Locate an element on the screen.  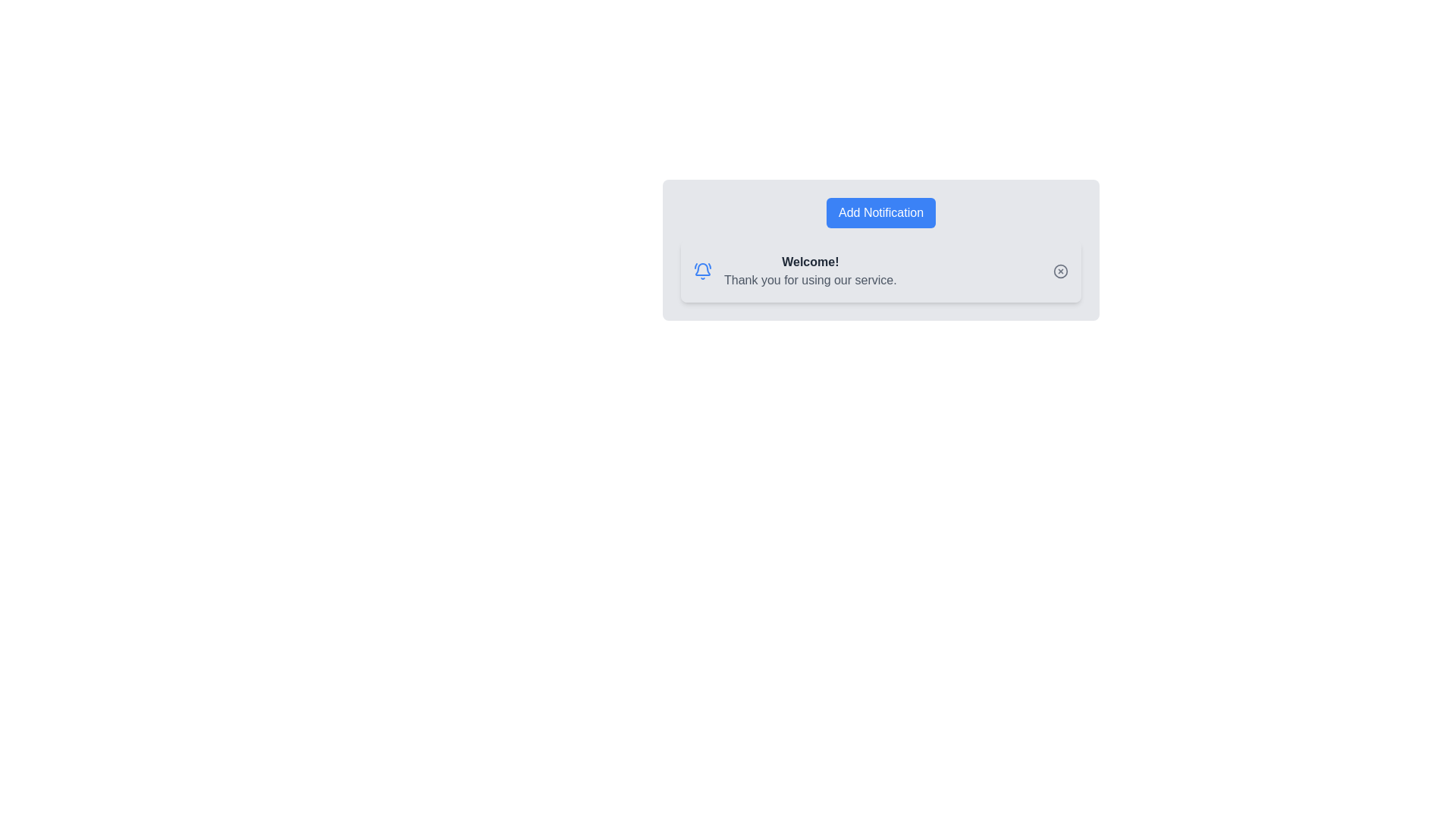
notification text displayed in the white notification box with a blue background and shadow effect, located below the 'Add Notification' button is located at coordinates (880, 271).